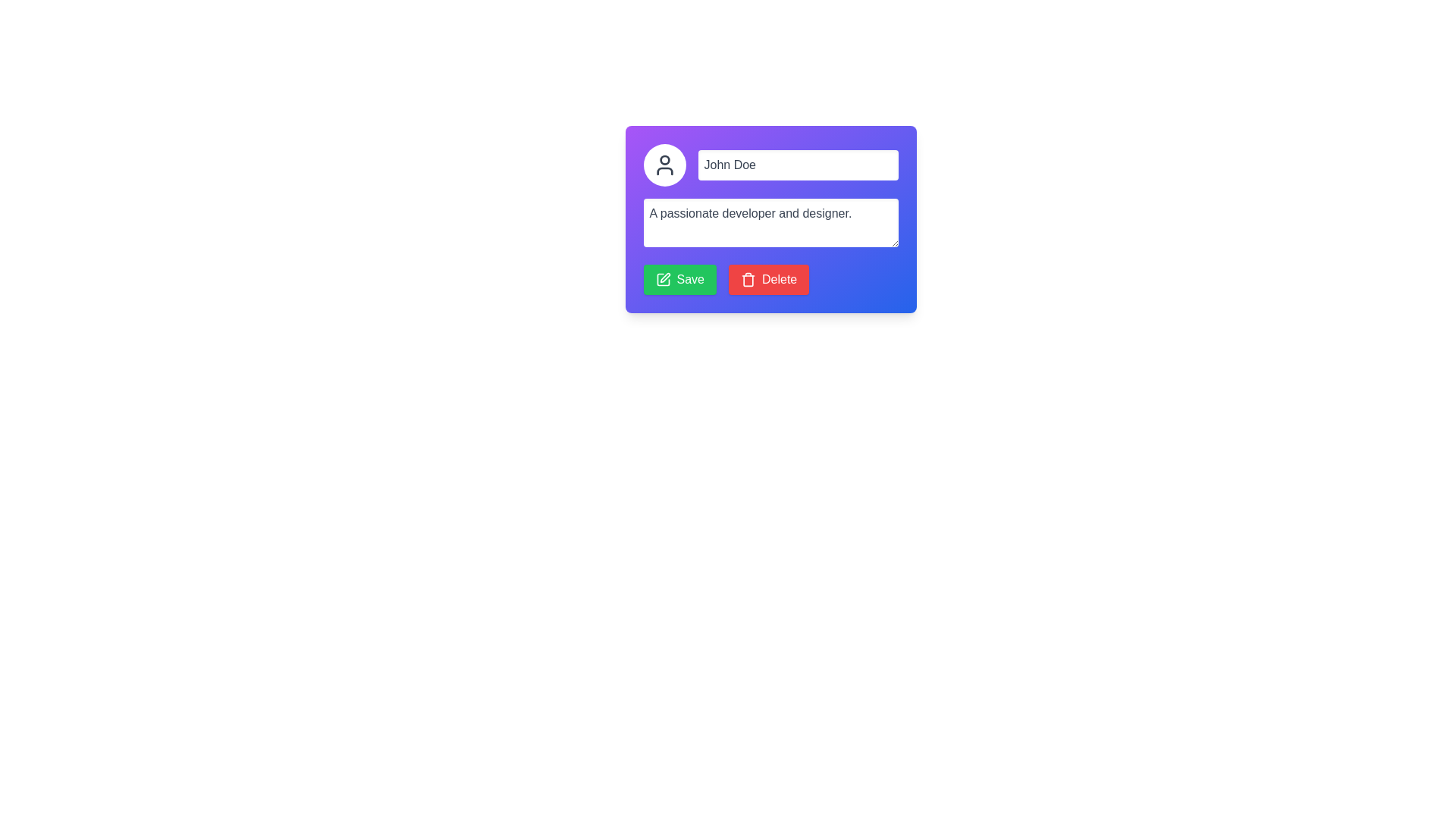  Describe the element at coordinates (663, 280) in the screenshot. I see `the 'Save' button, which is a green rectangular button containing a square-shaped icon styled with a border-like pattern` at that location.